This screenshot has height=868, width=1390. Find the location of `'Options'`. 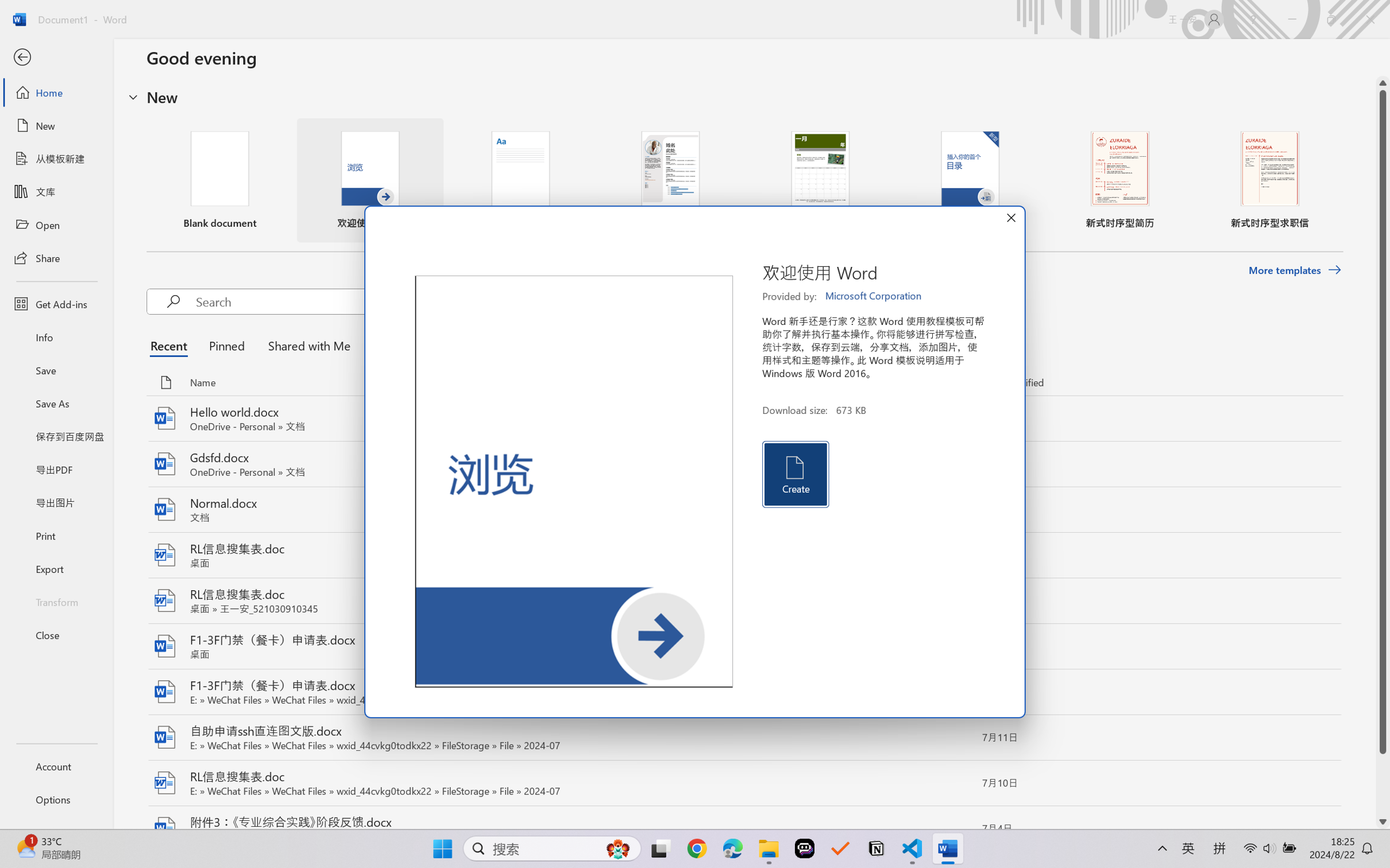

'Options' is located at coordinates (56, 799).